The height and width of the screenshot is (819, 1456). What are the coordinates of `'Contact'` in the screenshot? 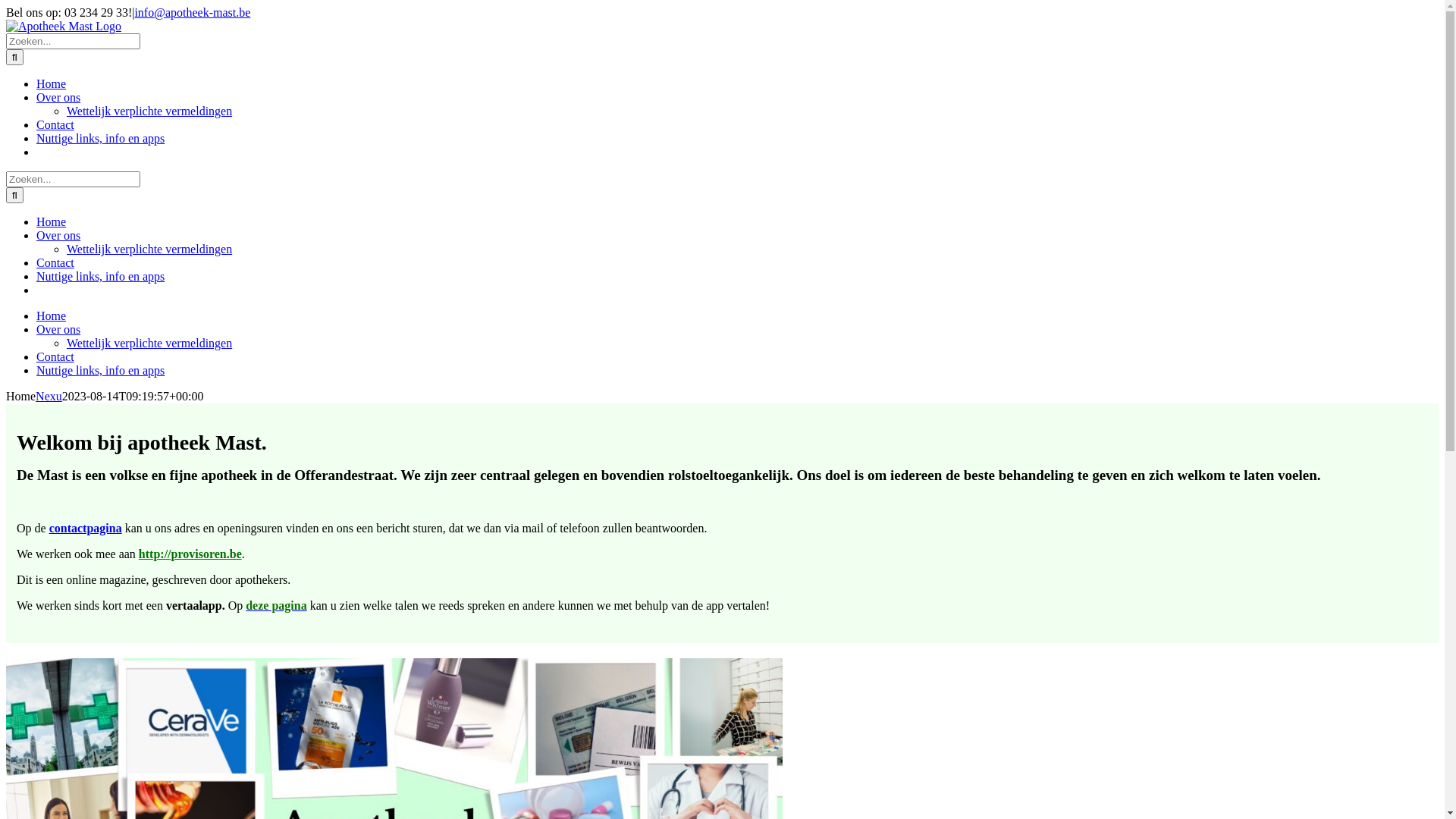 It's located at (55, 262).